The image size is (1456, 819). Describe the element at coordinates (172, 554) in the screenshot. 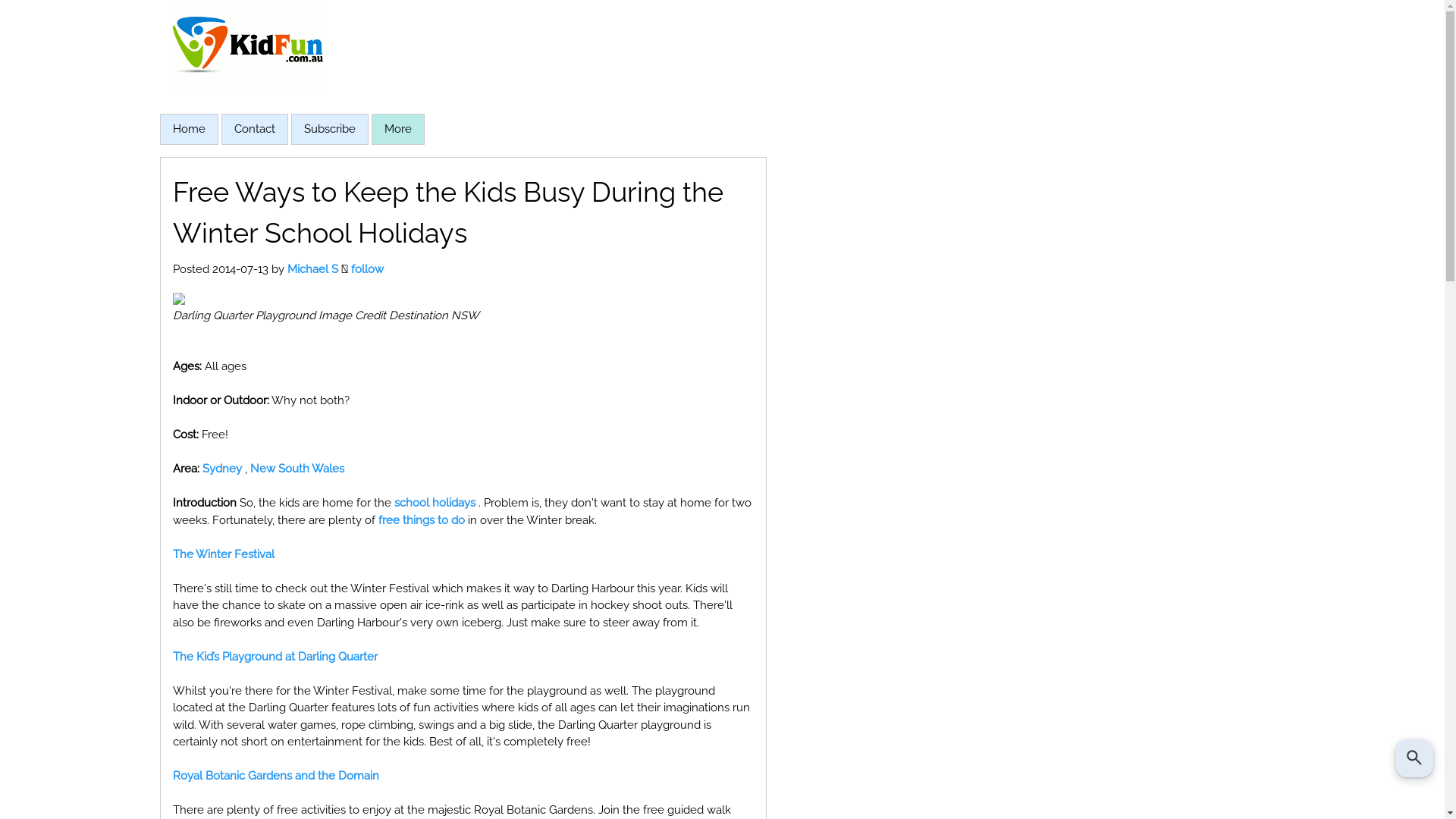

I see `'The Winter Festival'` at that location.